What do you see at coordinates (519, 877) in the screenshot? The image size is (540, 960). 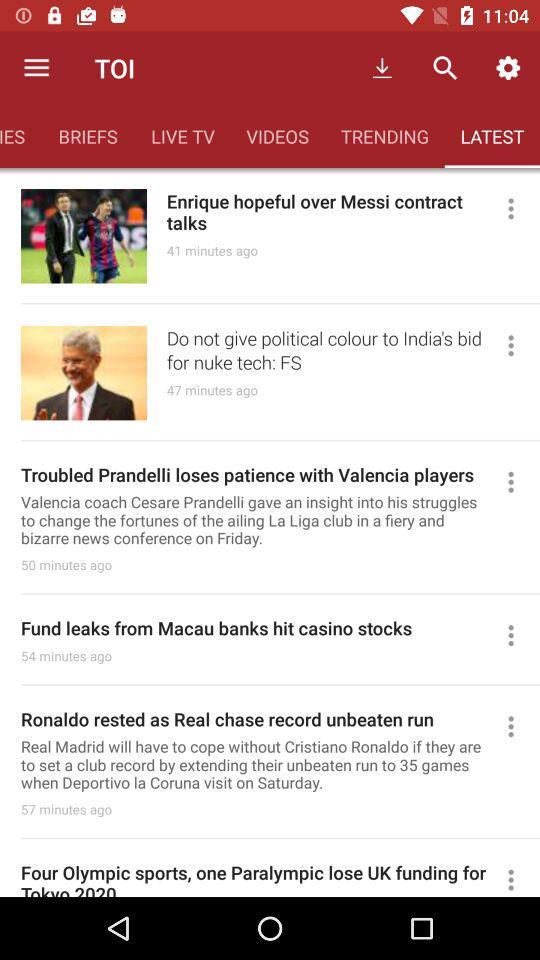 I see `more options` at bounding box center [519, 877].